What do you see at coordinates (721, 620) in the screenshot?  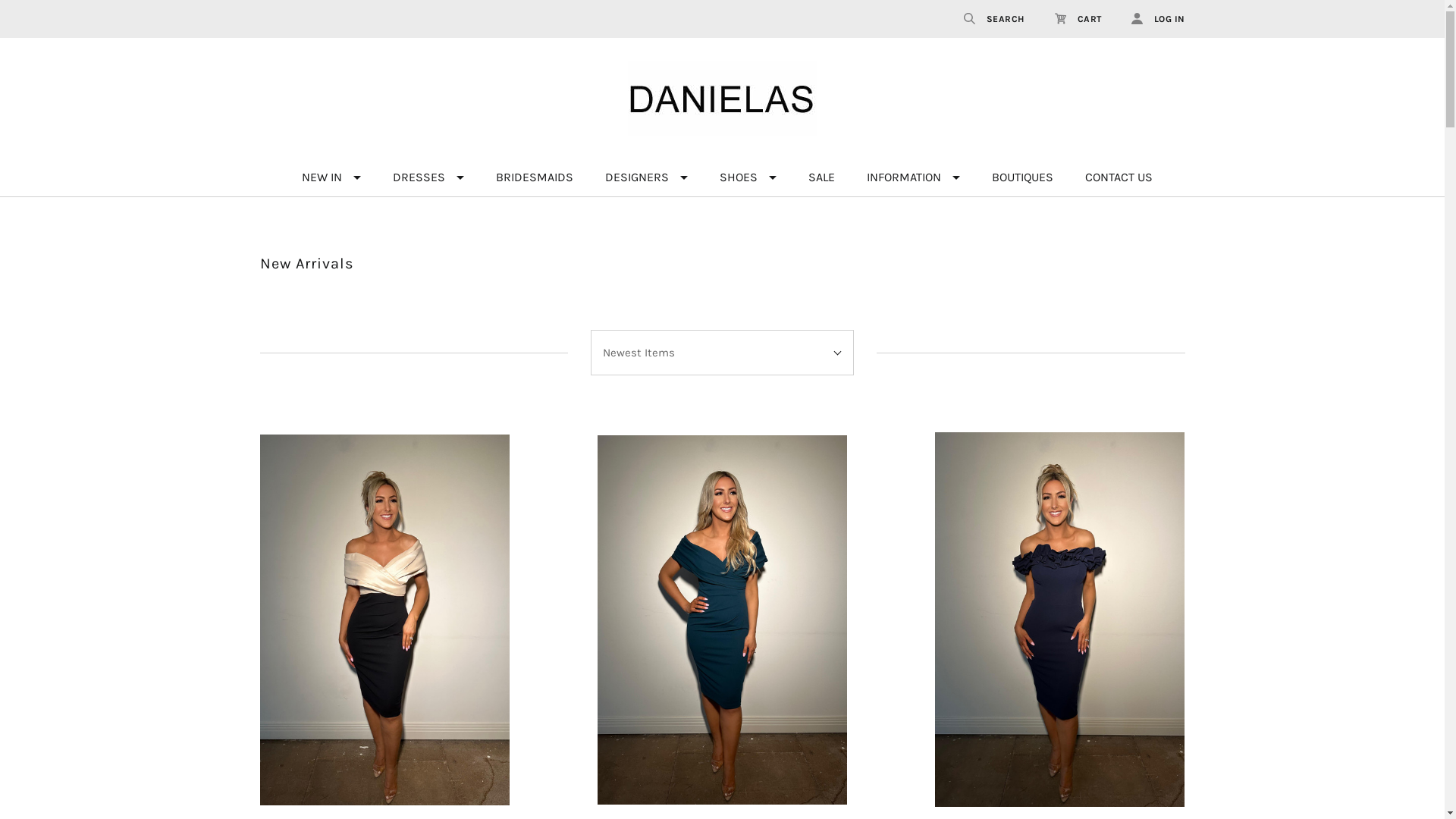 I see `'COCO MIDI EMERALD'` at bounding box center [721, 620].